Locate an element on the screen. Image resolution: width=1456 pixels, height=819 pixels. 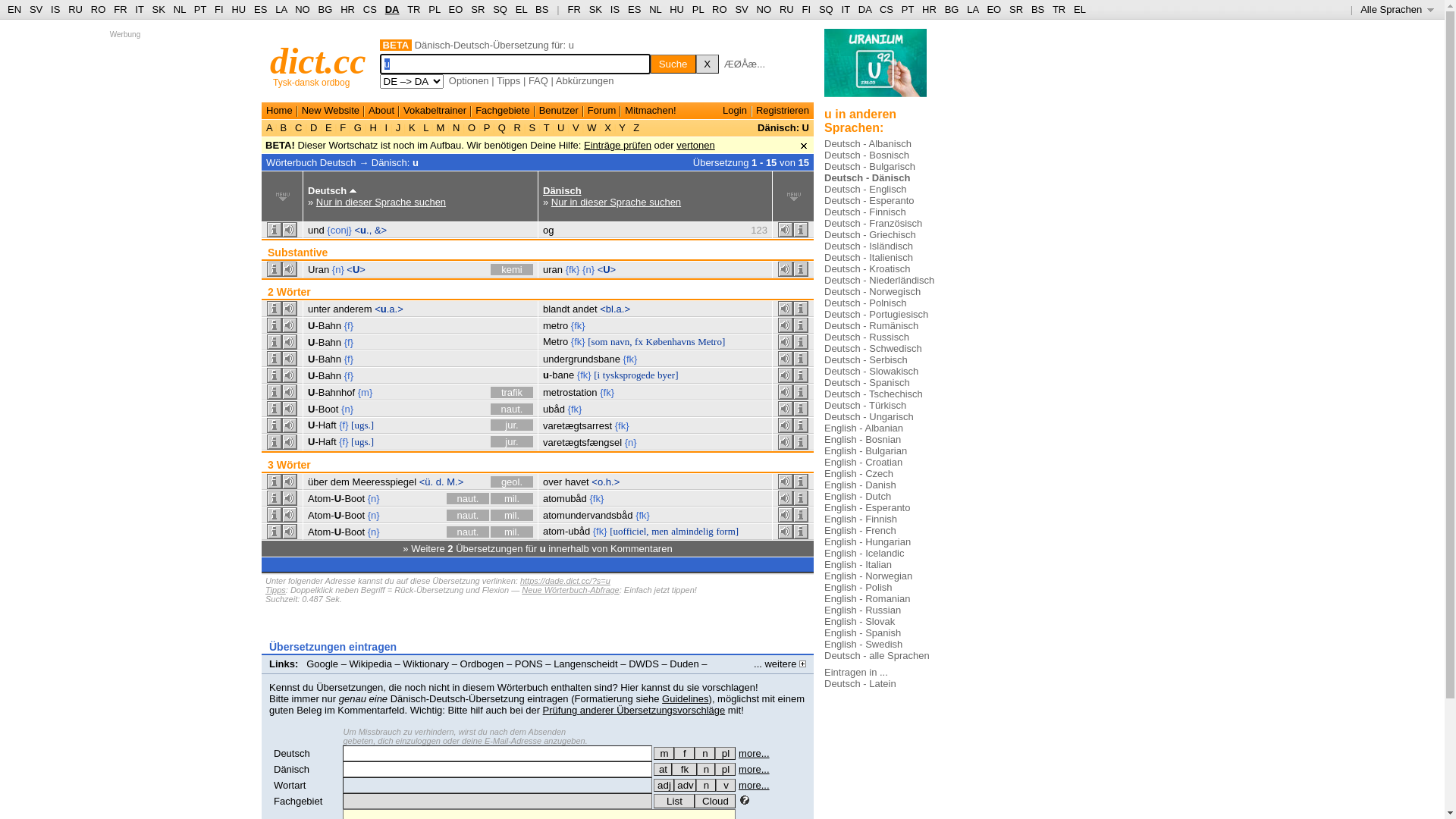
'over' is located at coordinates (551, 482).